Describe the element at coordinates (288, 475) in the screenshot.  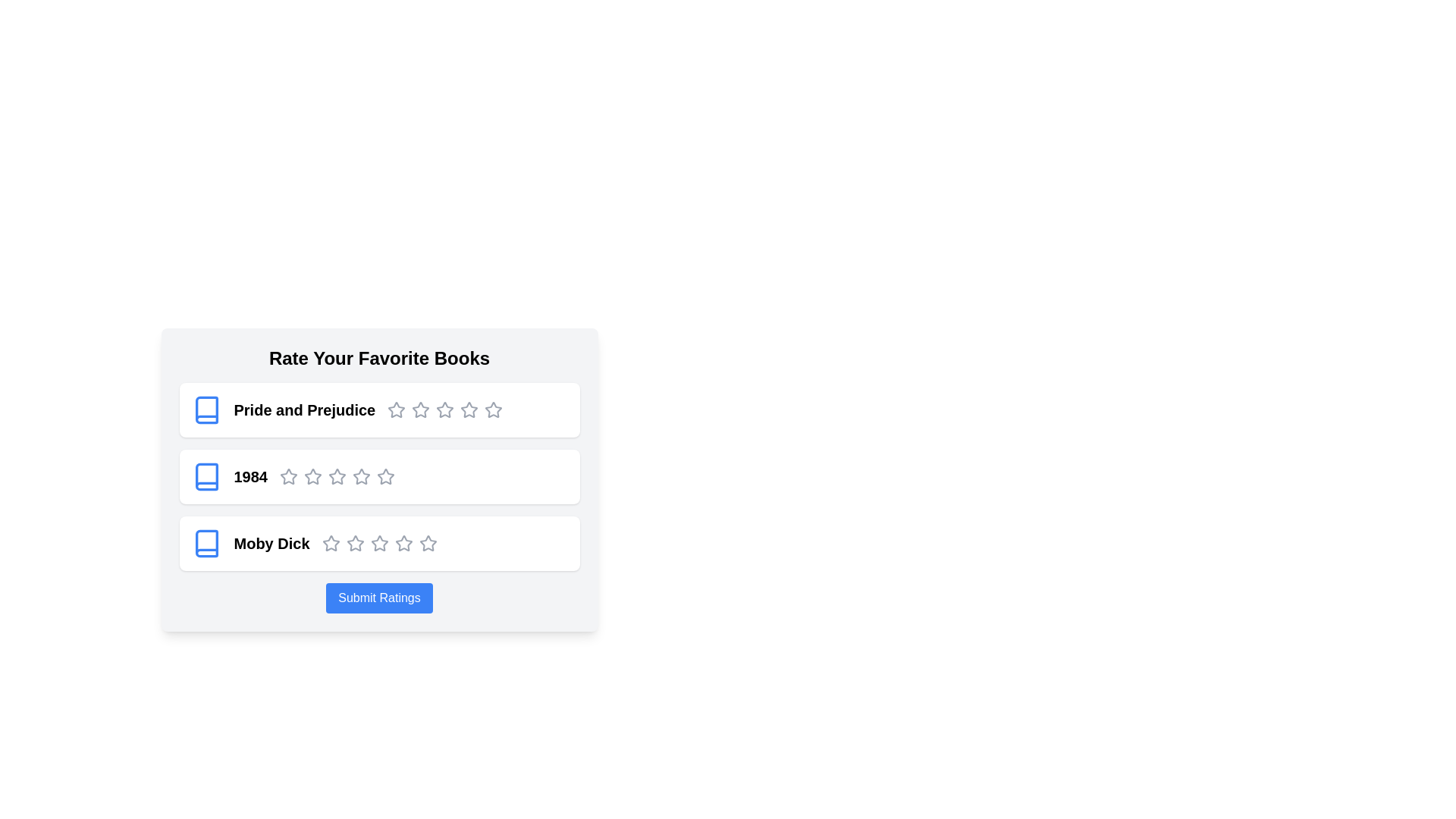
I see `the star icons for the book '1984' to indicate their interactivity` at that location.